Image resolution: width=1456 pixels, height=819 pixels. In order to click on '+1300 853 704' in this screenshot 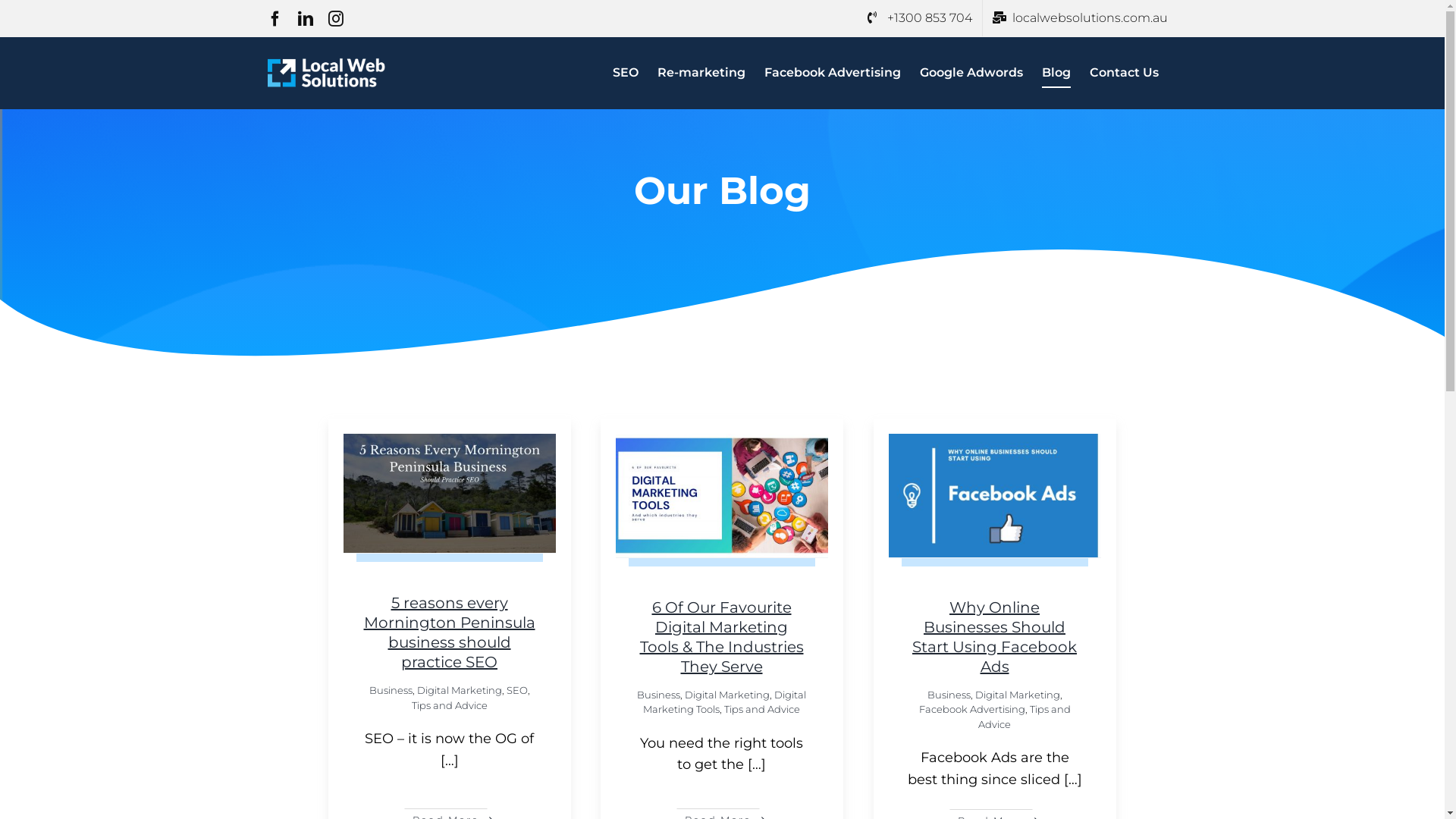, I will do `click(918, 17)`.